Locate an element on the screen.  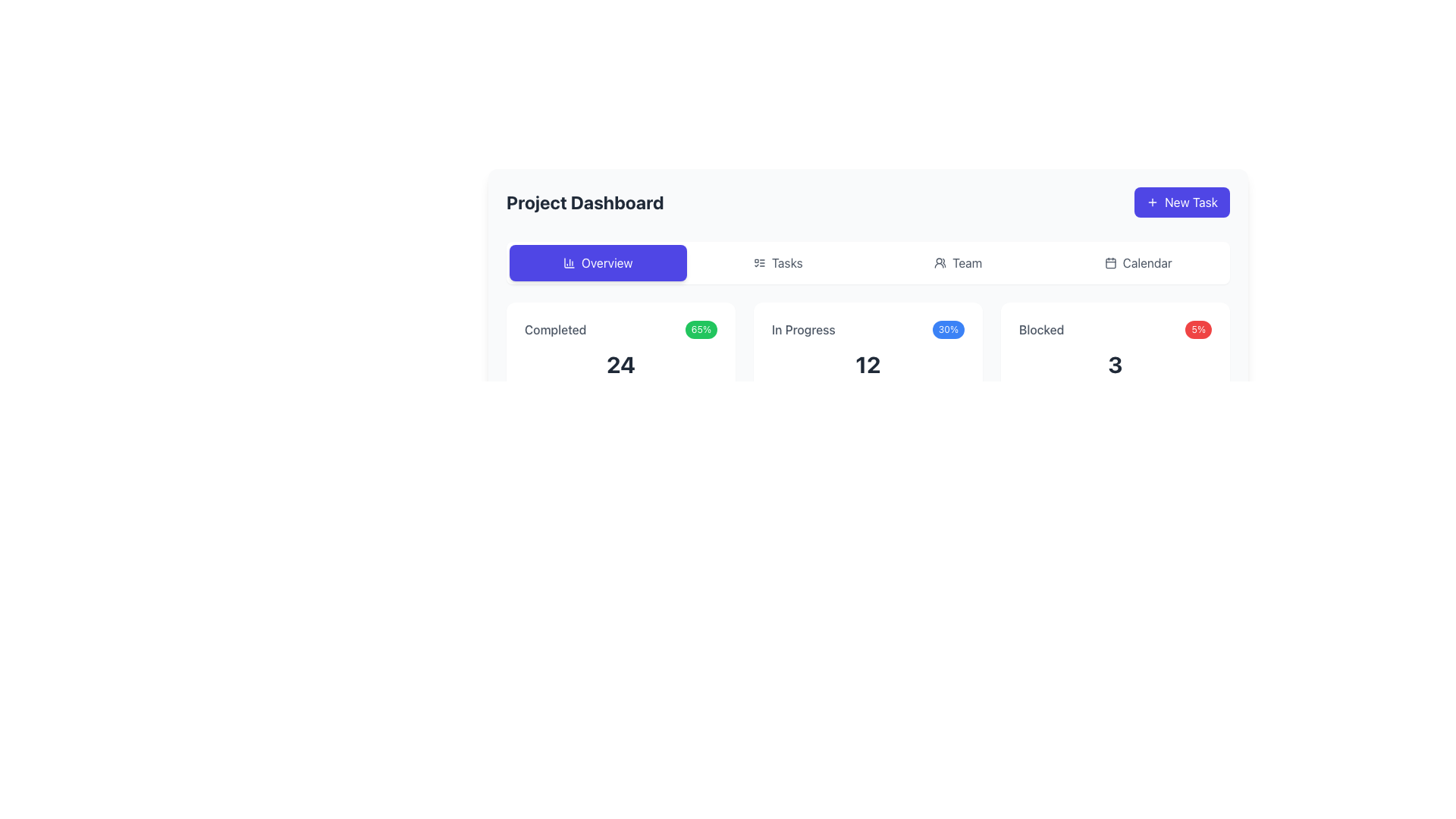
the 'Tasks' text label, which is styled in a sans-serif font and dark gray color, located in the top navigation bar between the 'Overview' and 'Team' buttons is located at coordinates (787, 262).